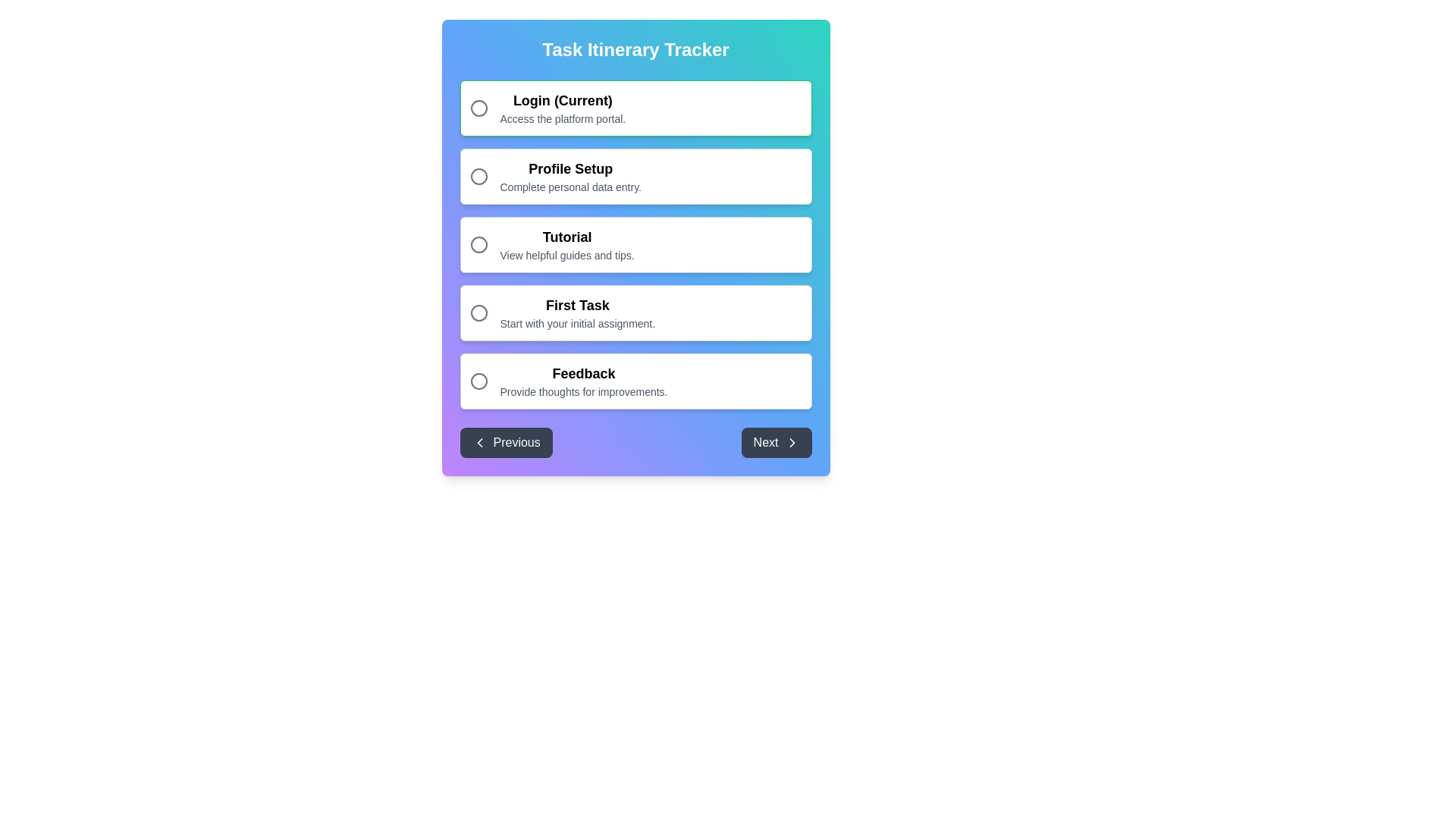  What do you see at coordinates (570, 169) in the screenshot?
I see `the title Text element that serves as a heading for the second item in the vertical list within the card-like UI, located between 'Login (Current)' and 'Tutorial'` at bounding box center [570, 169].